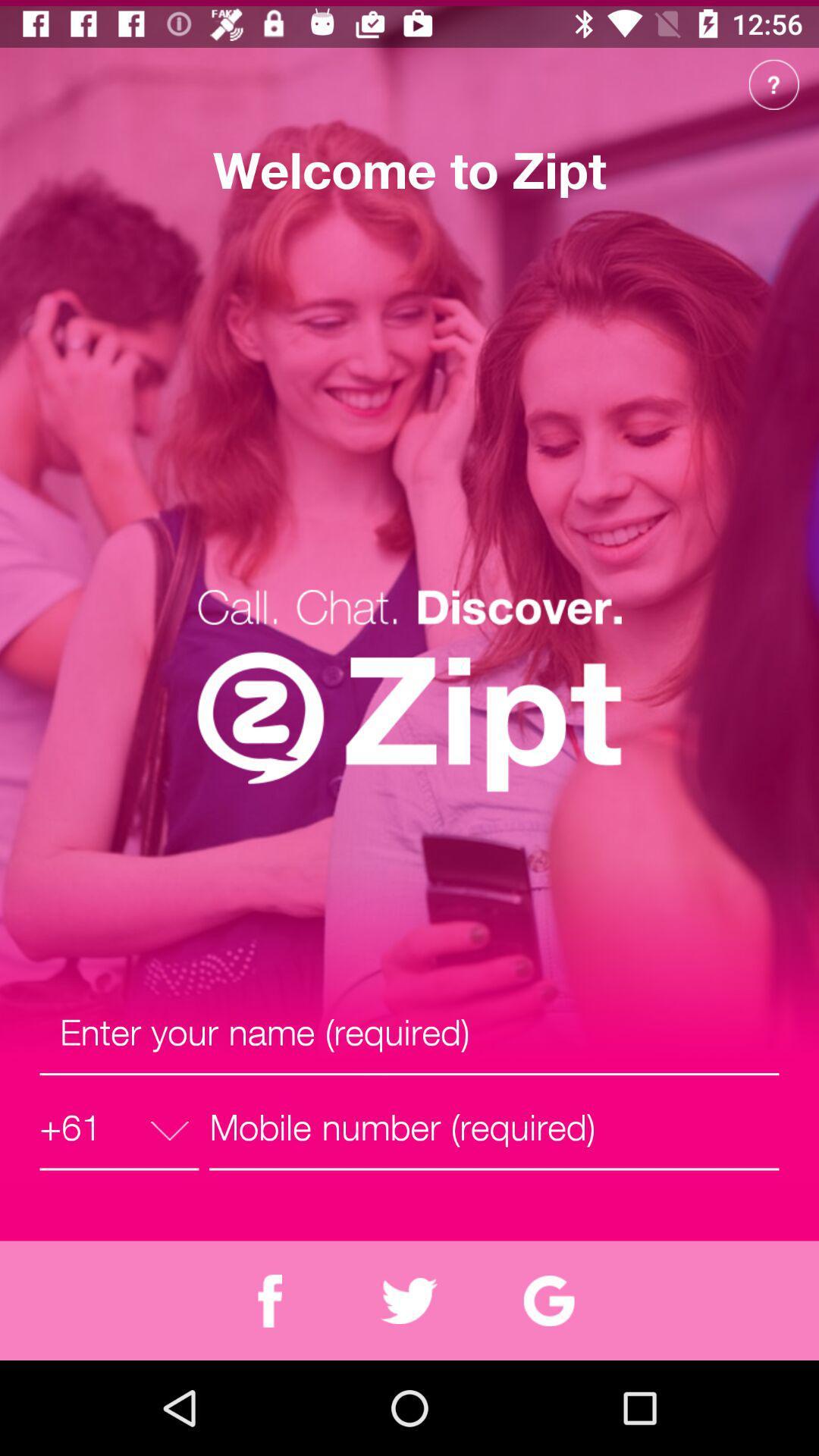 The height and width of the screenshot is (1456, 819). I want to click on the facebook icon, so click(269, 1300).